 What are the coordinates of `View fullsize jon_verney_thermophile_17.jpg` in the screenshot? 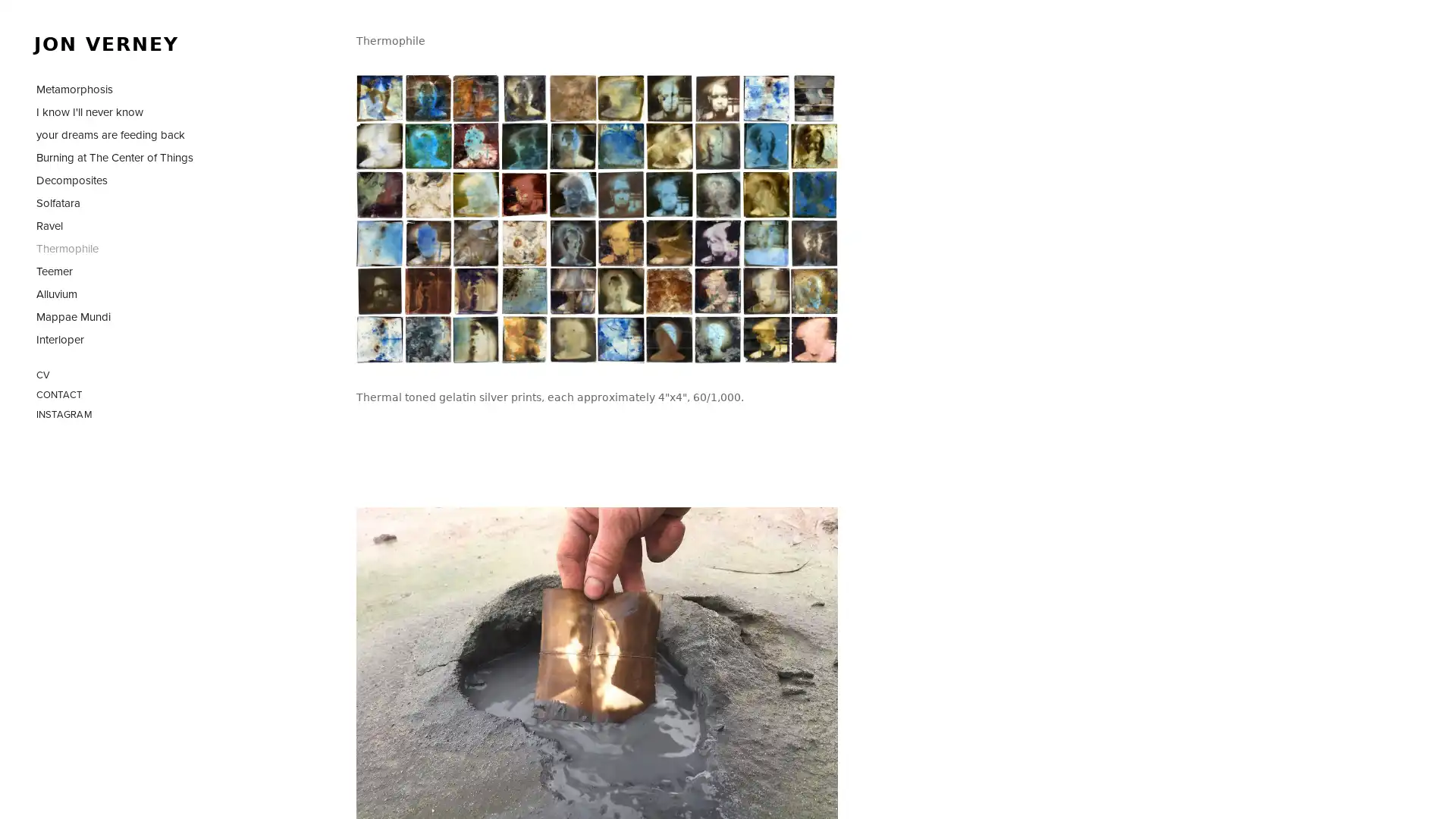 It's located at (668, 146).